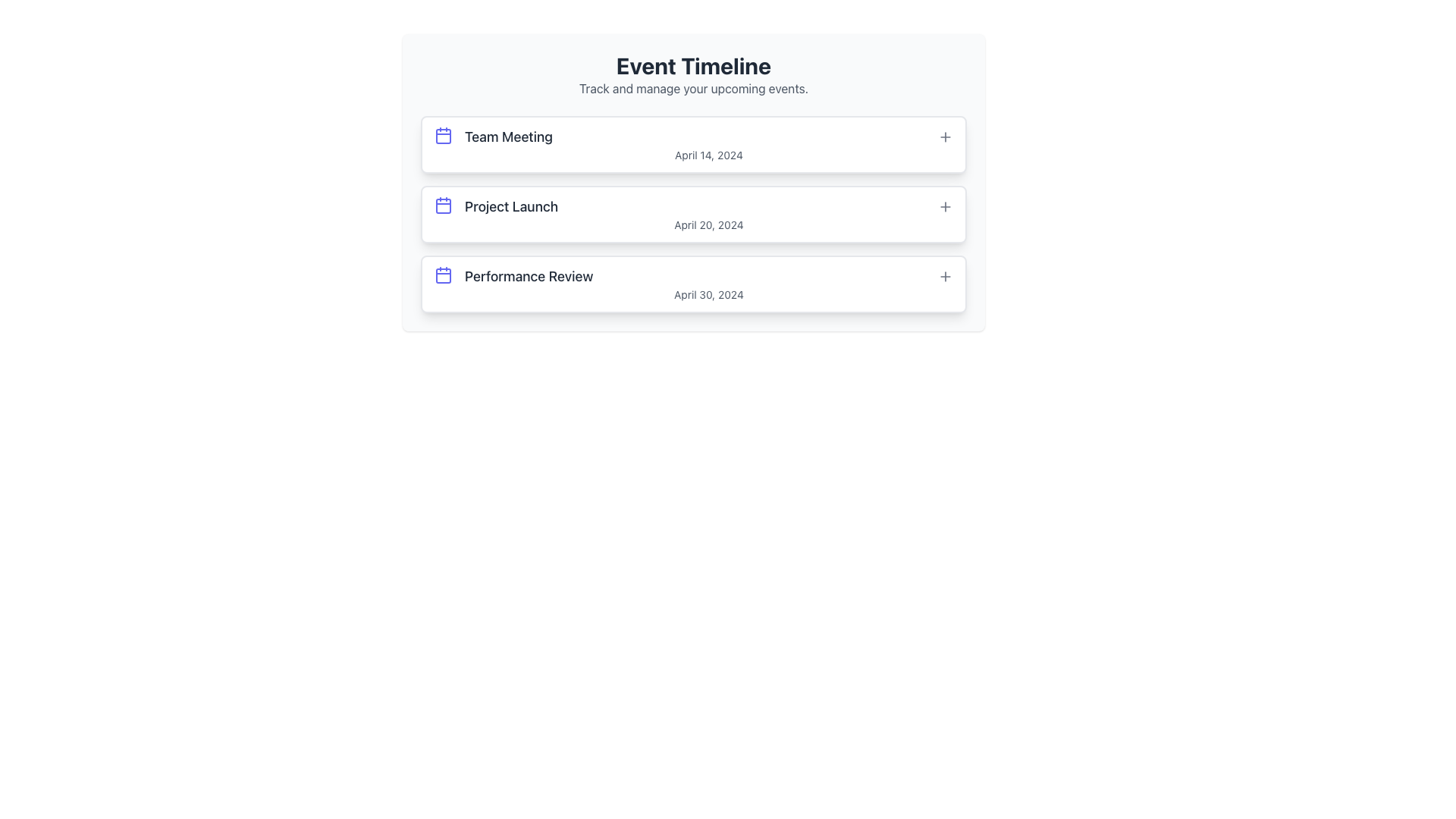  Describe the element at coordinates (945, 277) in the screenshot. I see `the icon-based button at the far-right end of the 'Performance Review' row in the 'Event Timeline' section` at that location.